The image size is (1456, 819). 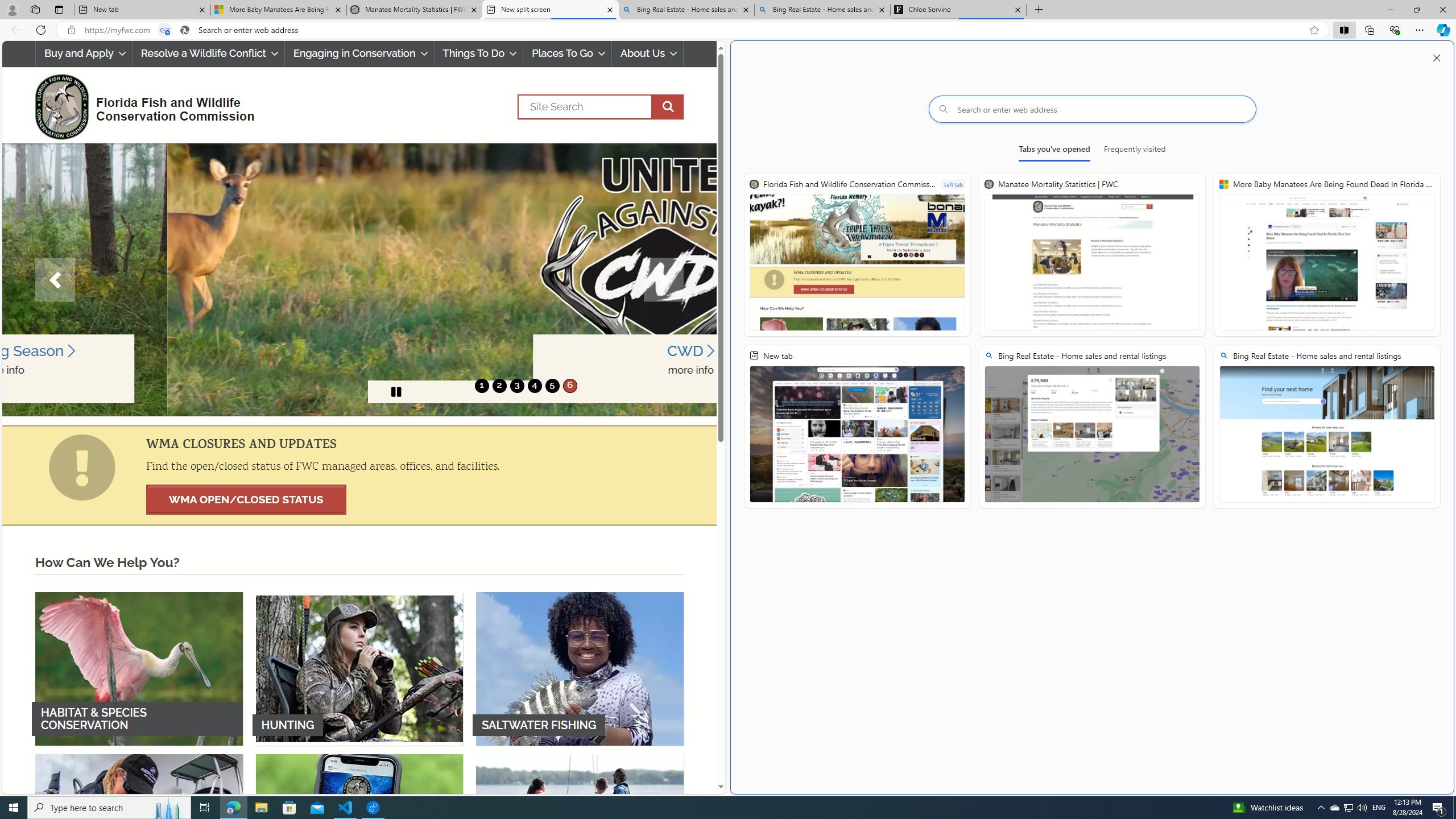 What do you see at coordinates (533, 385) in the screenshot?
I see `'move to slide 4'` at bounding box center [533, 385].